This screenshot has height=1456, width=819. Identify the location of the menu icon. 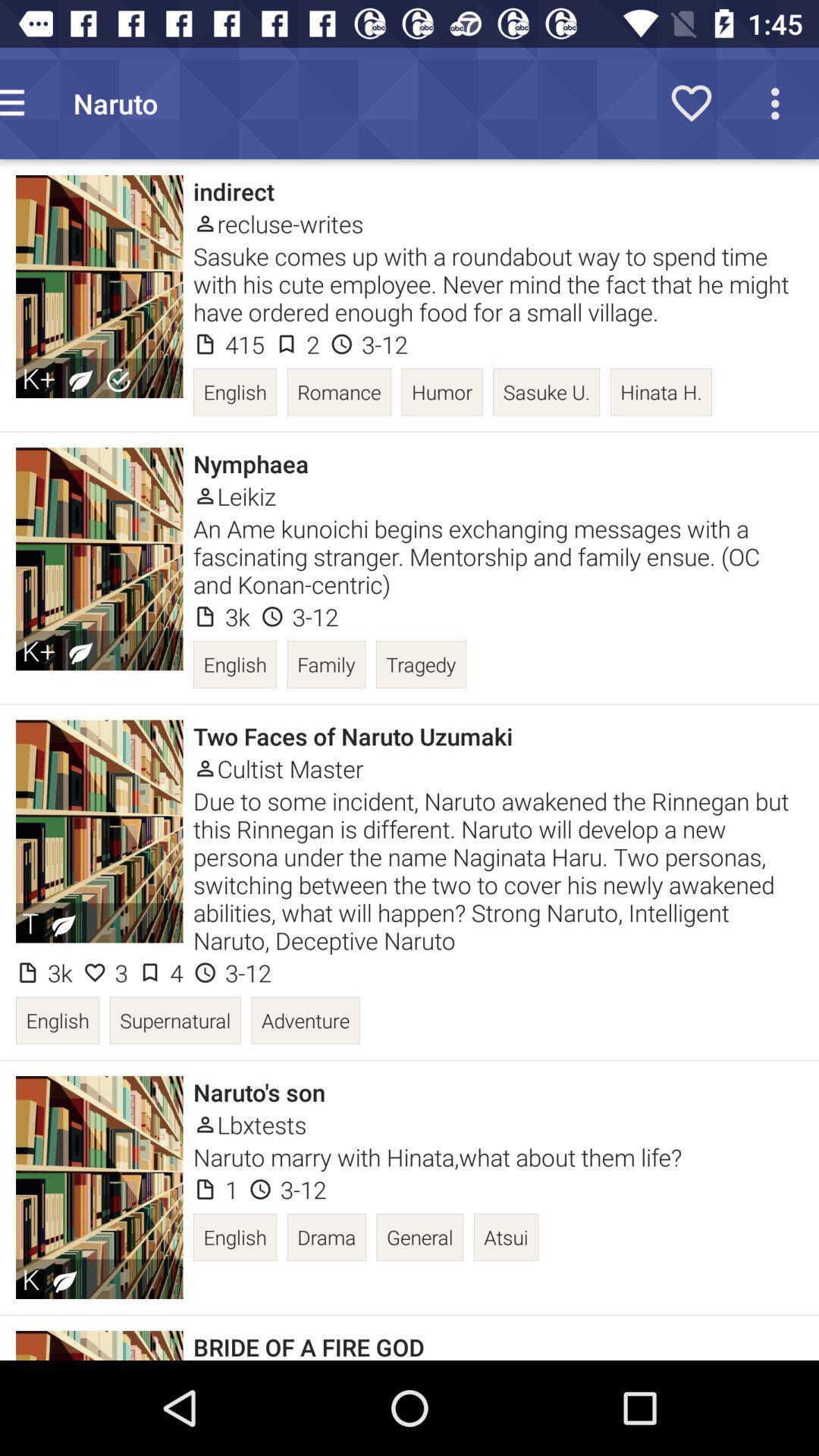
(30, 102).